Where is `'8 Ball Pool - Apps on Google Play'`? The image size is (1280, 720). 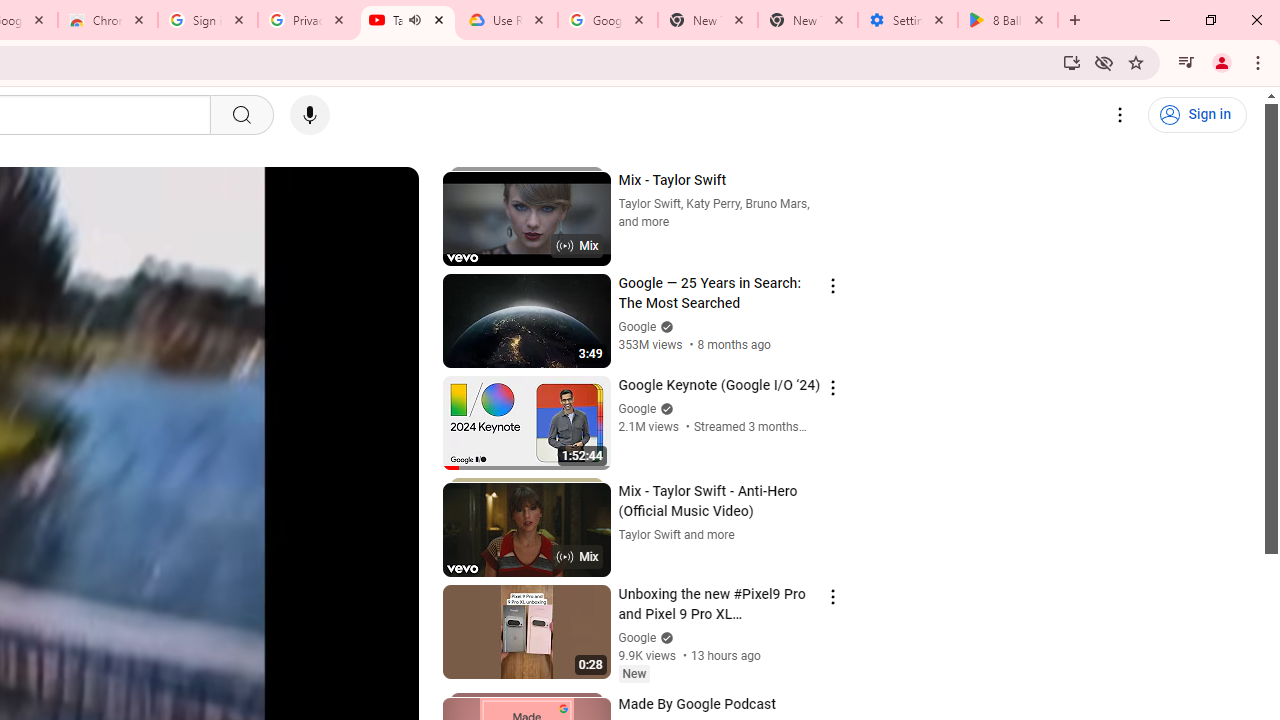 '8 Ball Pool - Apps on Google Play' is located at coordinates (1008, 20).